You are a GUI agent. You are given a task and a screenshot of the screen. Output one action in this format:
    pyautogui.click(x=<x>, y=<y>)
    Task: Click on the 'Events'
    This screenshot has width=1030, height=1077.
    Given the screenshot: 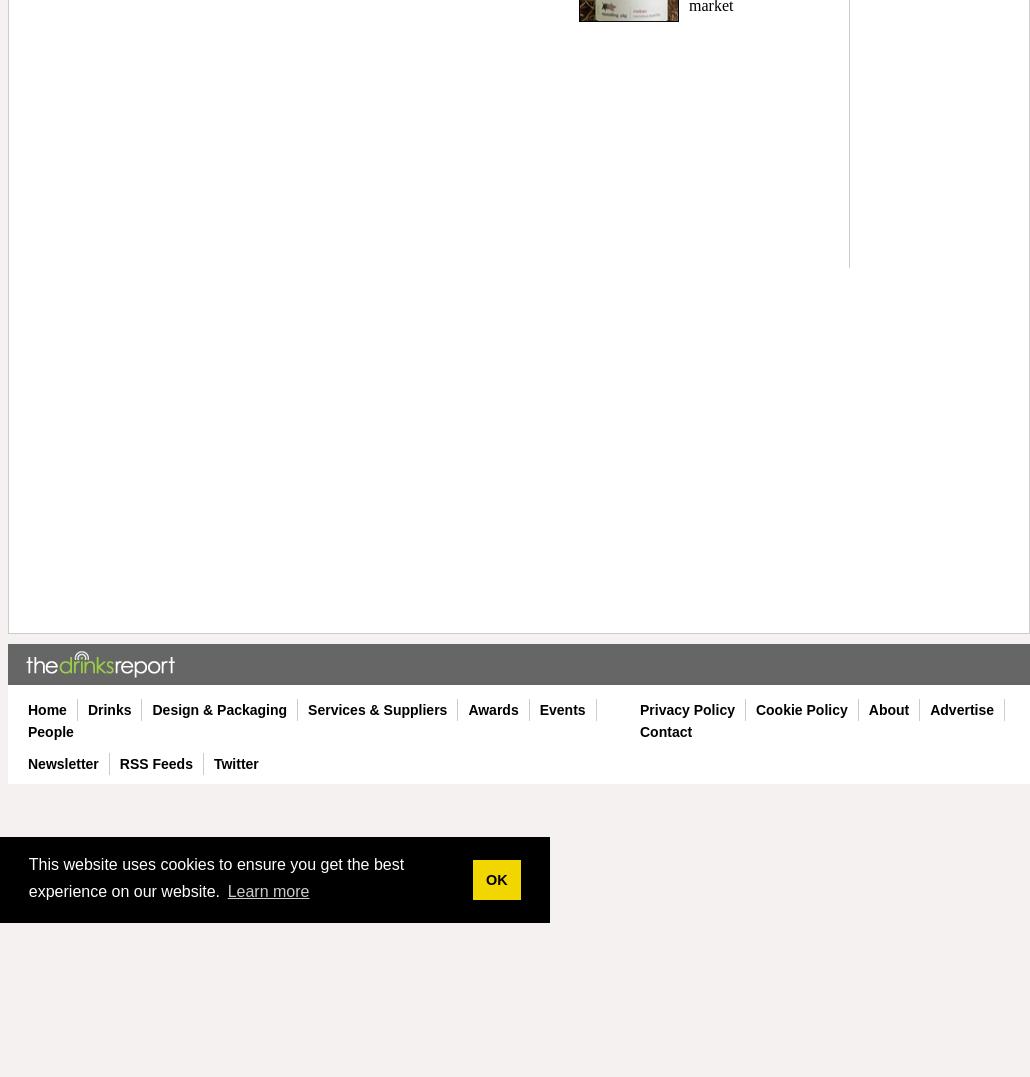 What is the action you would take?
    pyautogui.click(x=538, y=709)
    